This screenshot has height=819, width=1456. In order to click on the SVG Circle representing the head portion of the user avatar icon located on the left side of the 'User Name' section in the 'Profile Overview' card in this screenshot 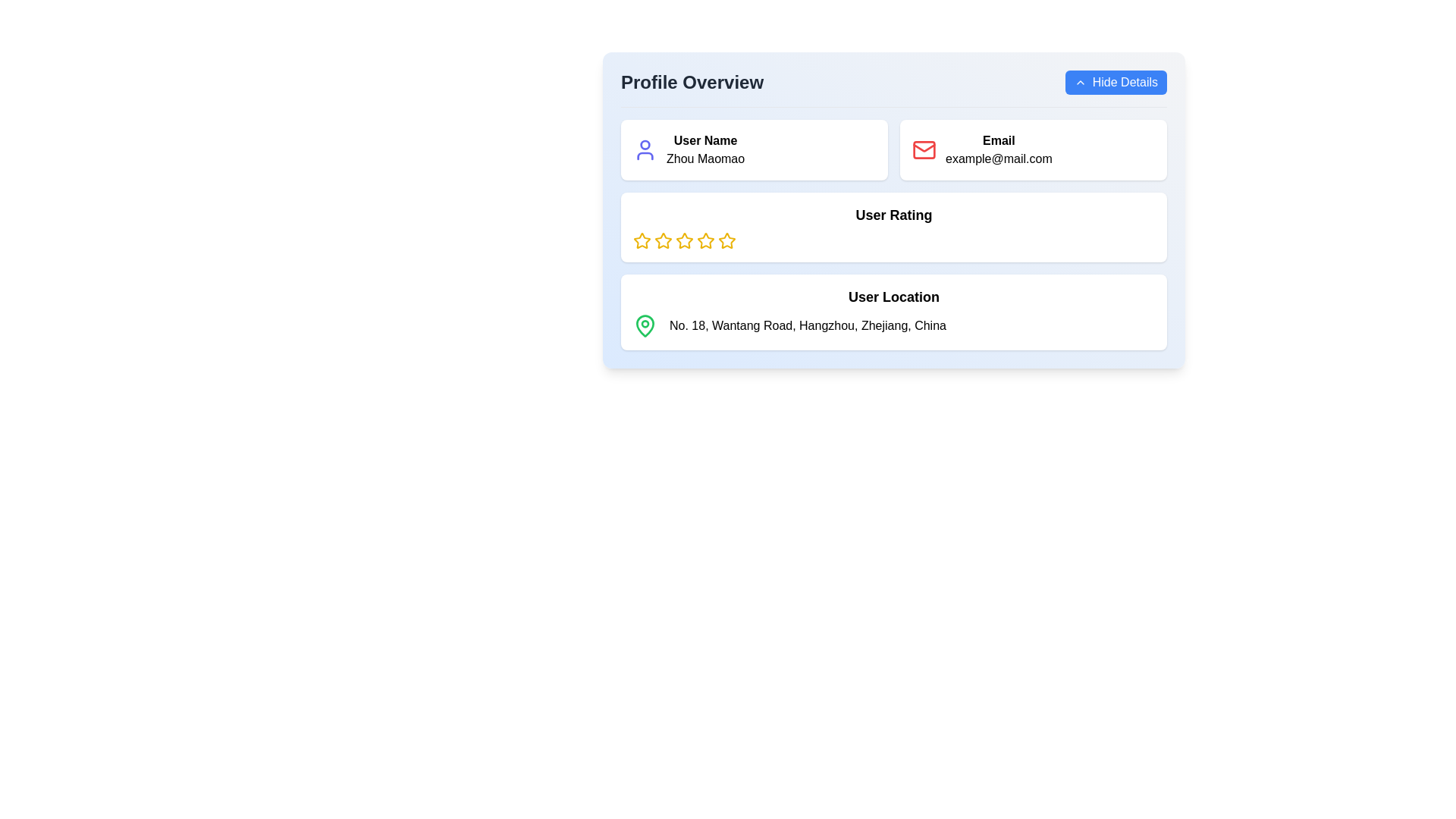, I will do `click(645, 145)`.